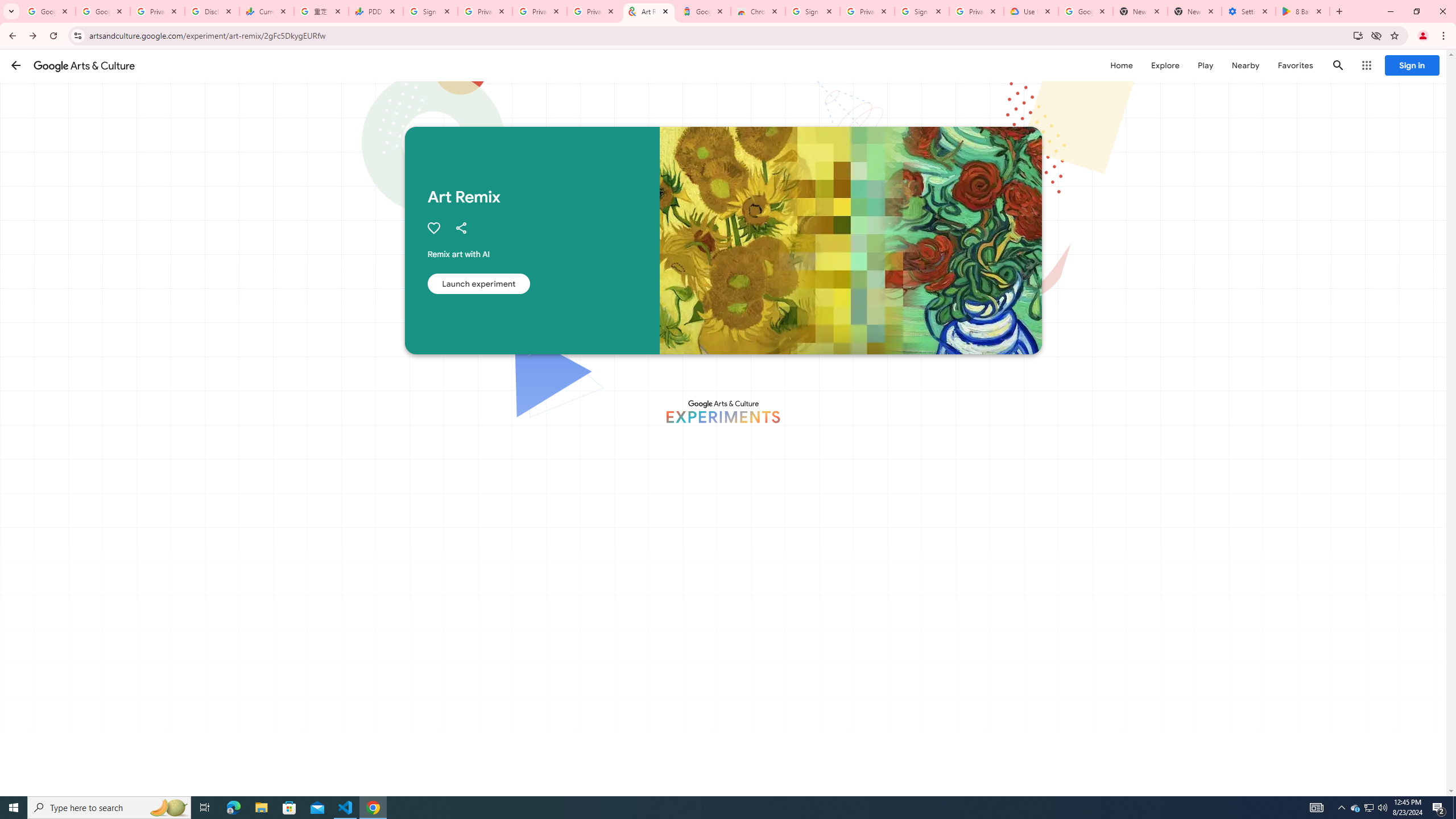  Describe the element at coordinates (1194, 11) in the screenshot. I see `'New Tab'` at that location.